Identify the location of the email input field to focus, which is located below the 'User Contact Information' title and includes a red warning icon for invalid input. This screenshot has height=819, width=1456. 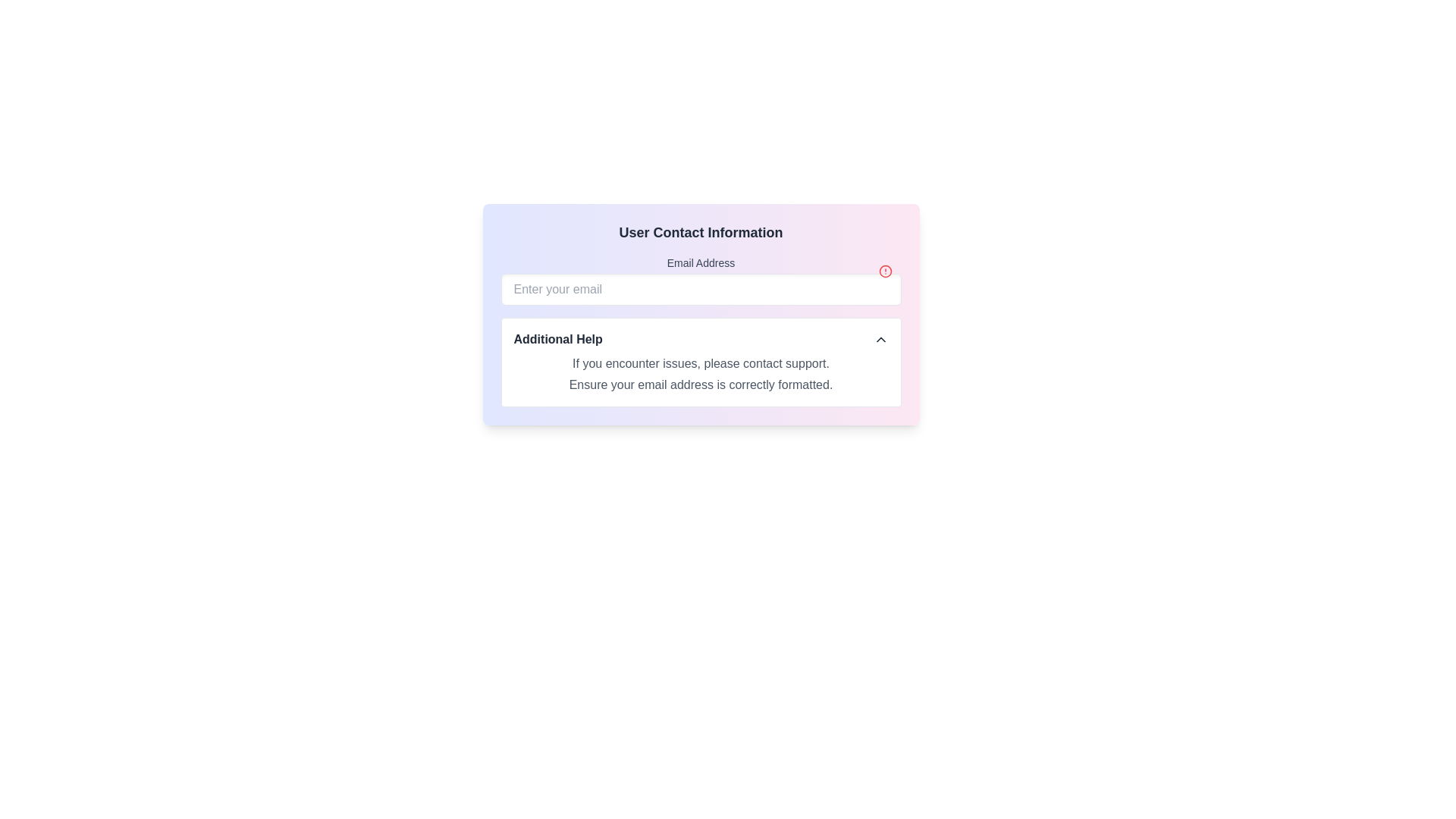
(700, 281).